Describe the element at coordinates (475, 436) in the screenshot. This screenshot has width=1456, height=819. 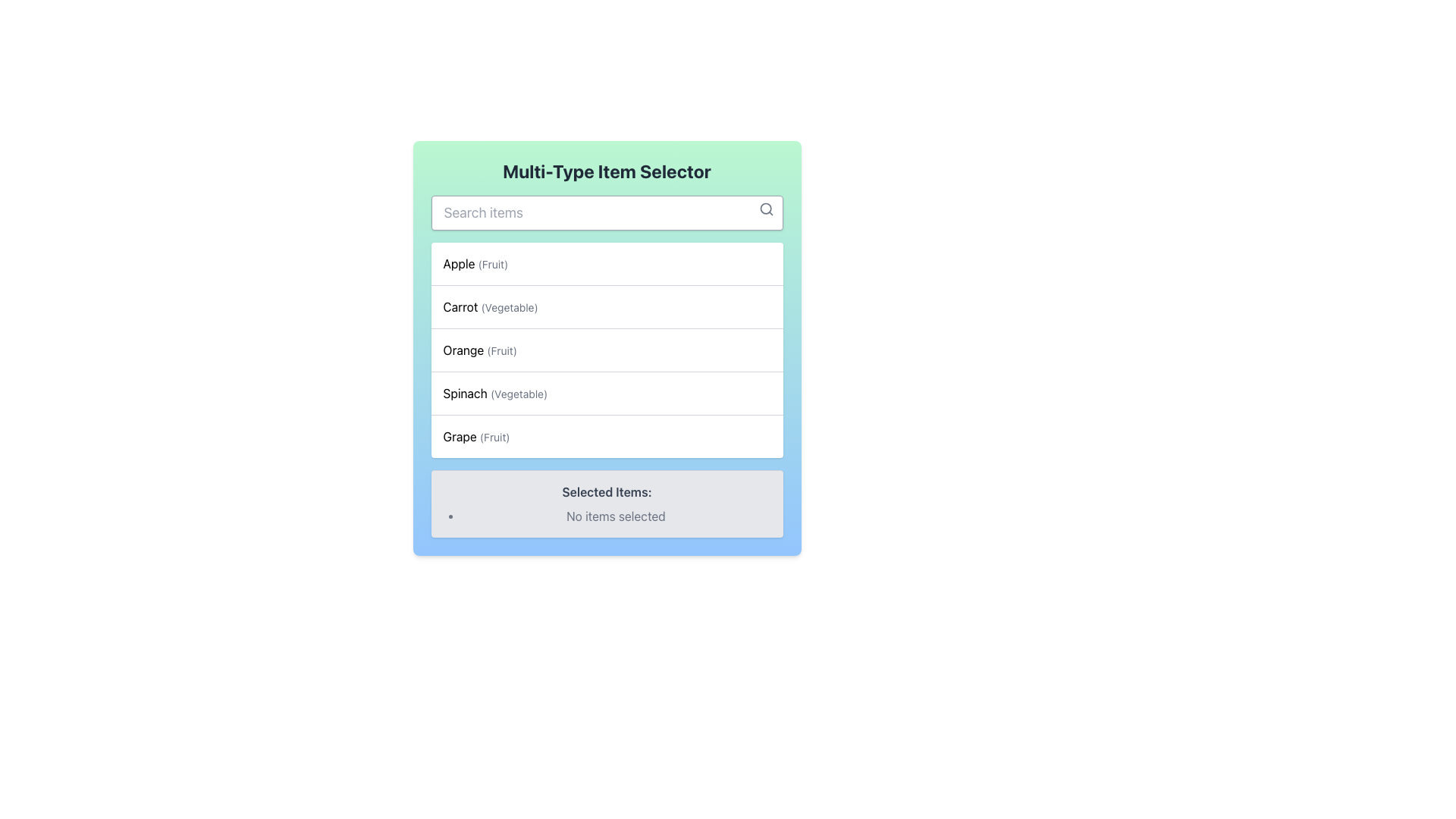
I see `the list item displaying 'Grape (Fruit)'` at that location.